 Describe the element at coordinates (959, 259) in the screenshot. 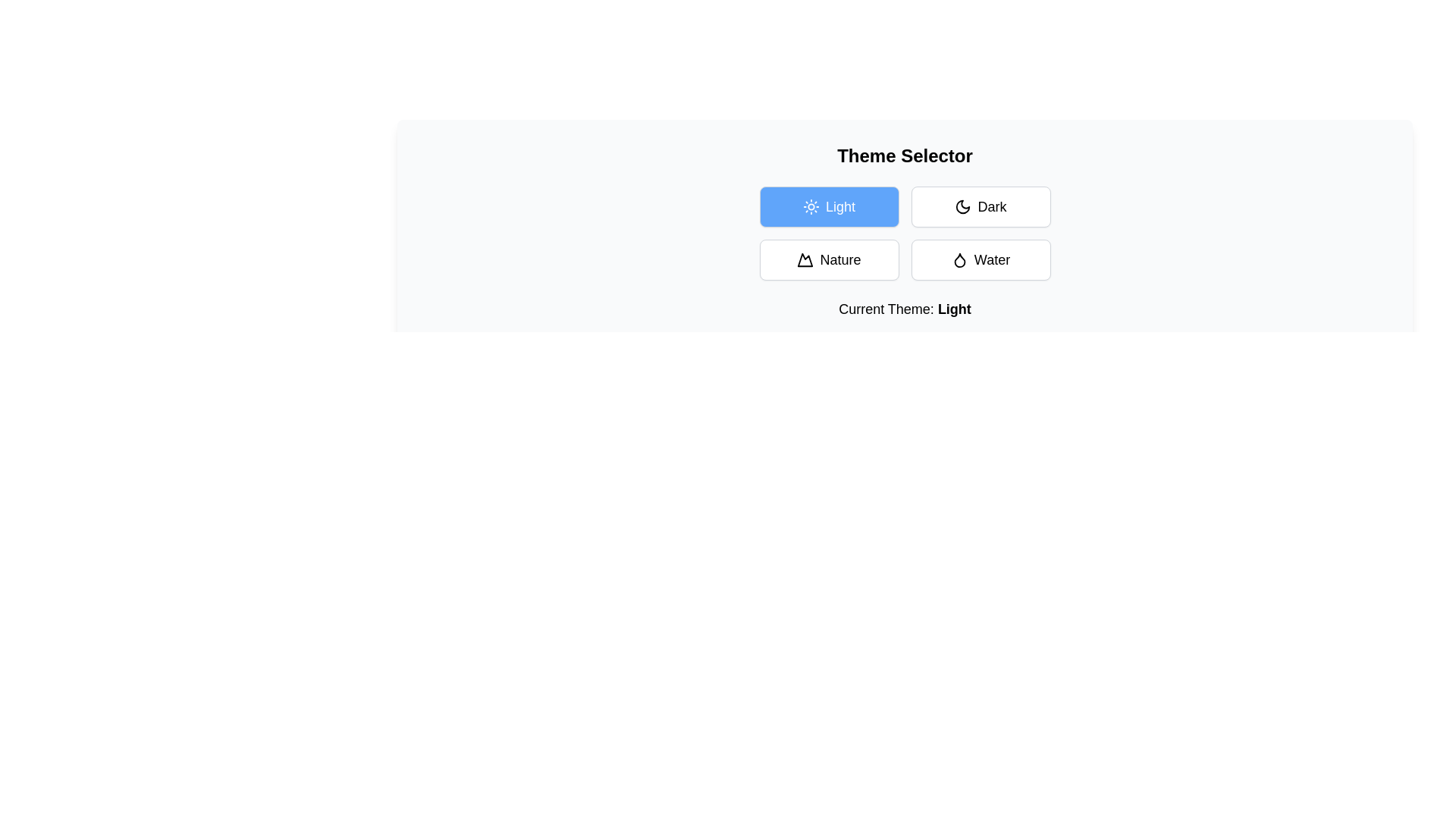

I see `the 'Water' theme icon, which is represented by a droplet and located within the 'Water' selection button in the lower-right area of the theme selector interface` at that location.